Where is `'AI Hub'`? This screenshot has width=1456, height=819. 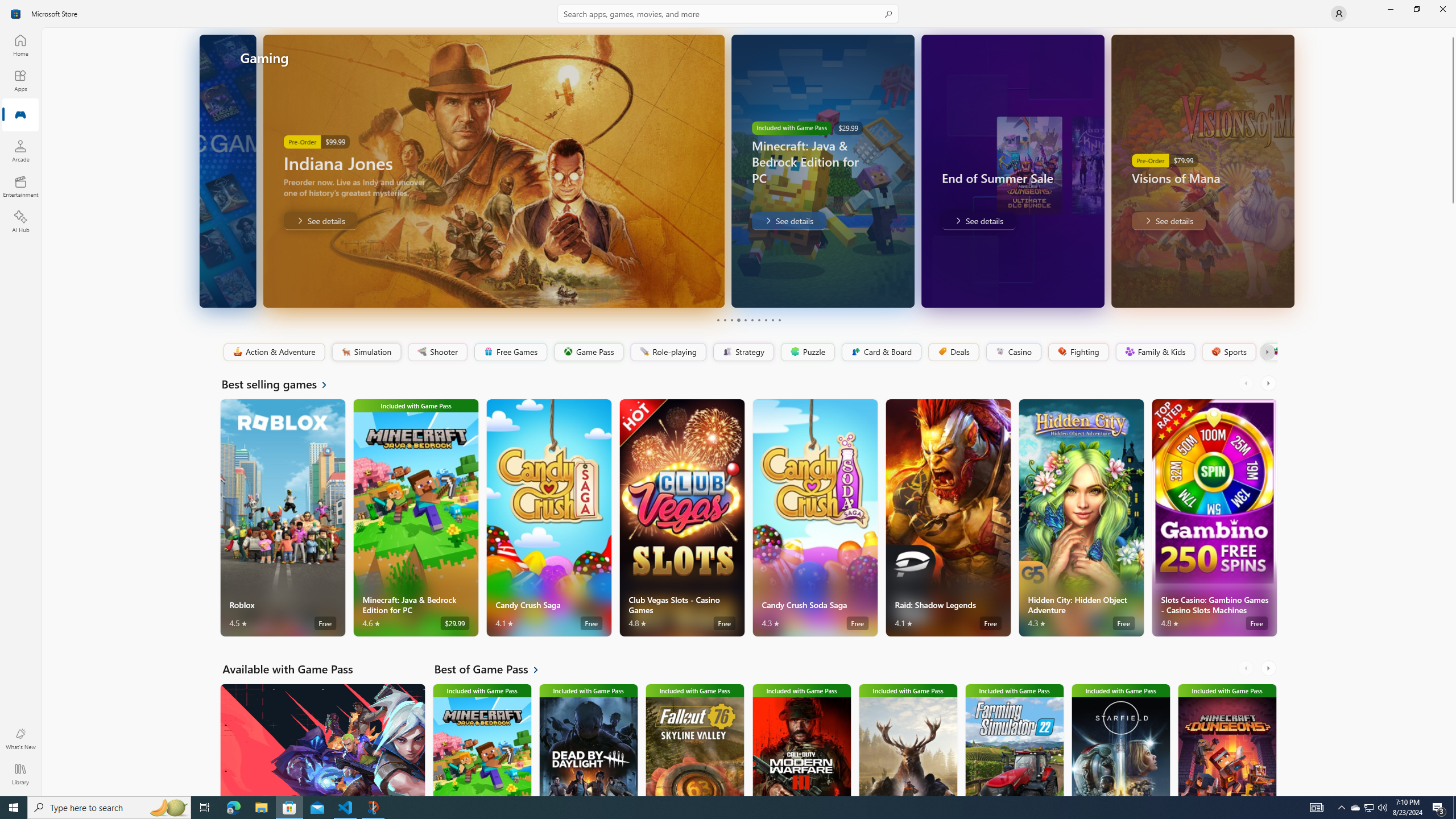 'AI Hub' is located at coordinates (19, 221).